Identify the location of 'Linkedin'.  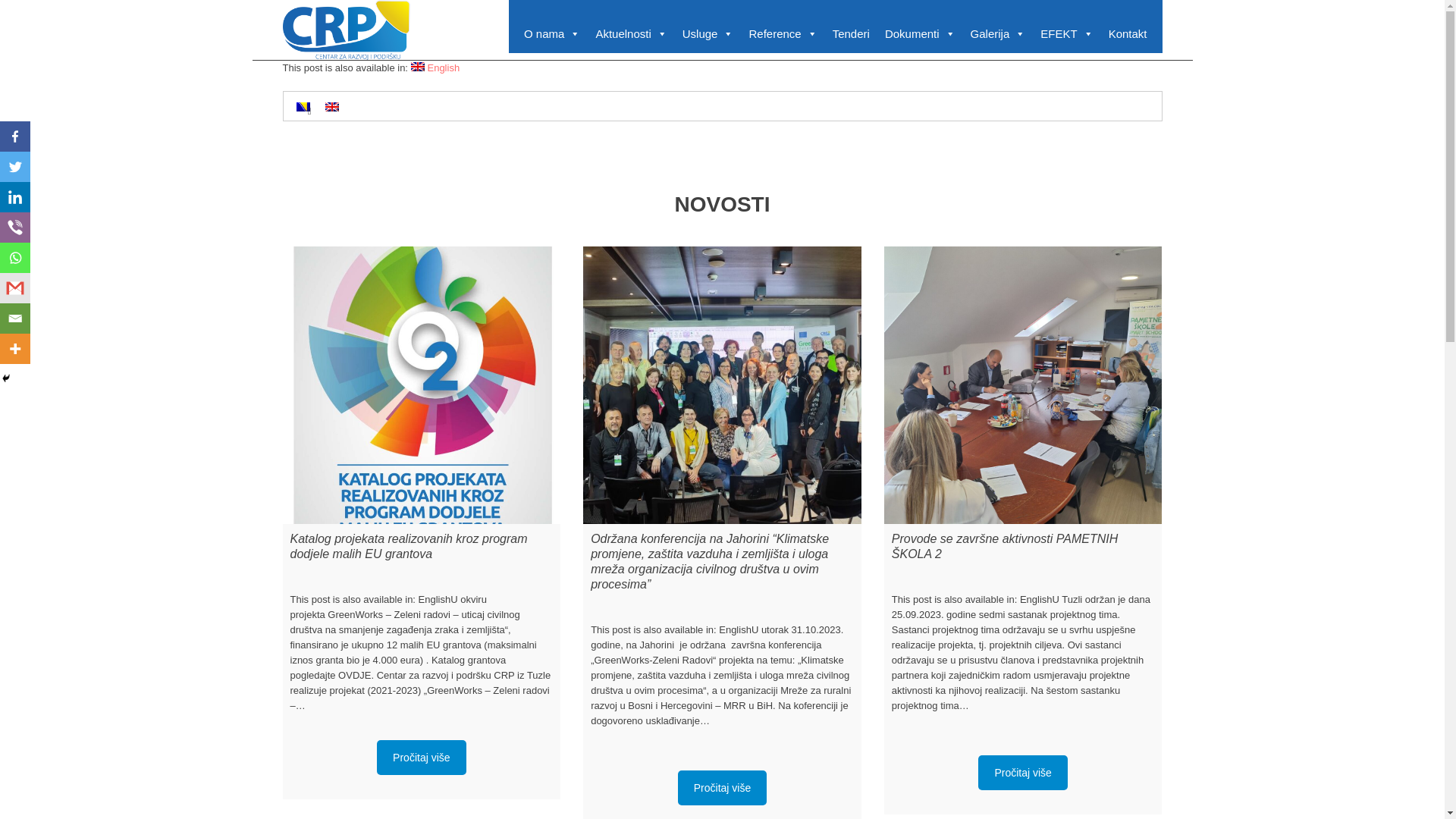
(14, 196).